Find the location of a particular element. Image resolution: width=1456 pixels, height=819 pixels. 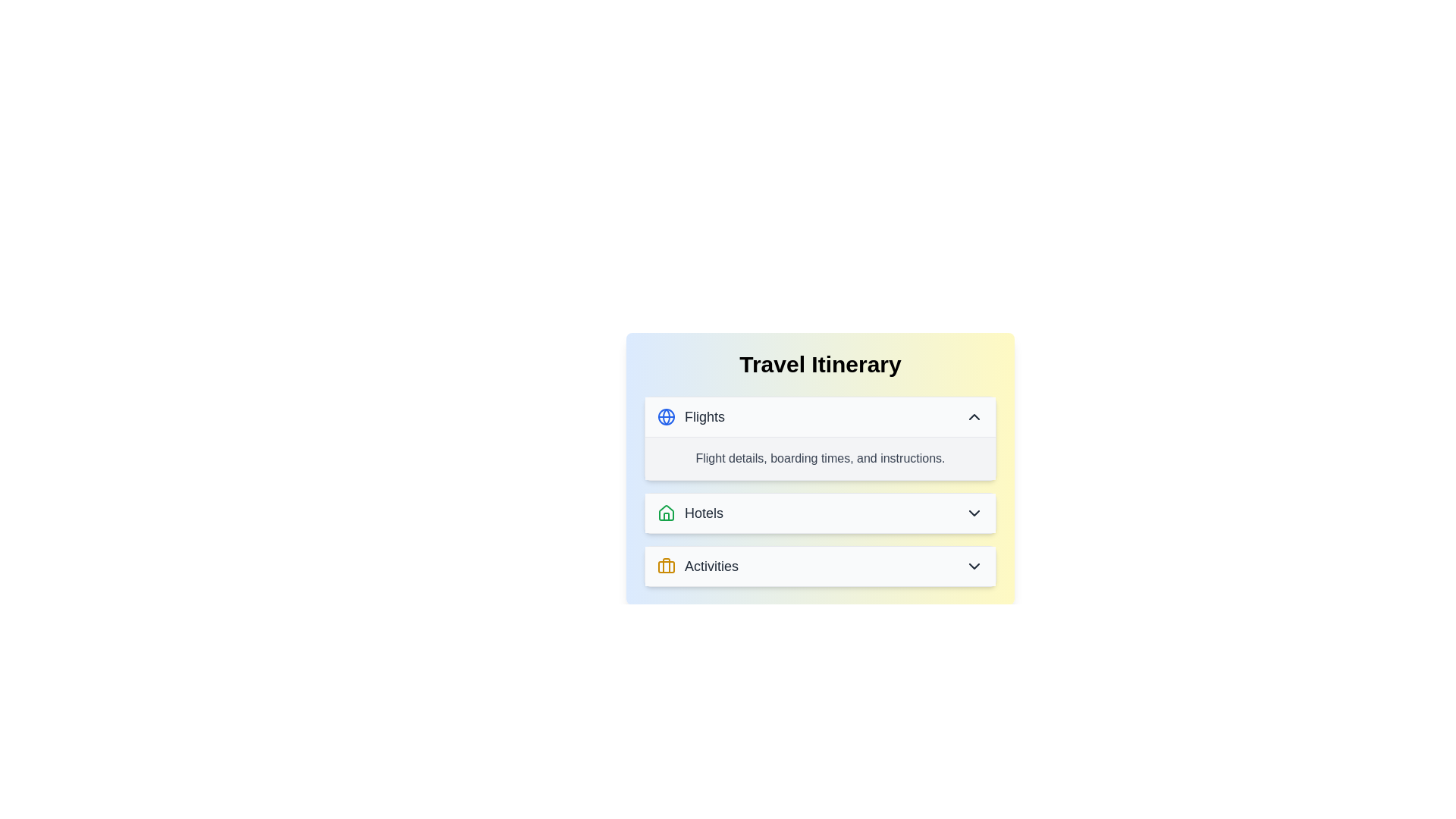

the Icon Button located at the right end of the 'Activities' section is located at coordinates (974, 566).